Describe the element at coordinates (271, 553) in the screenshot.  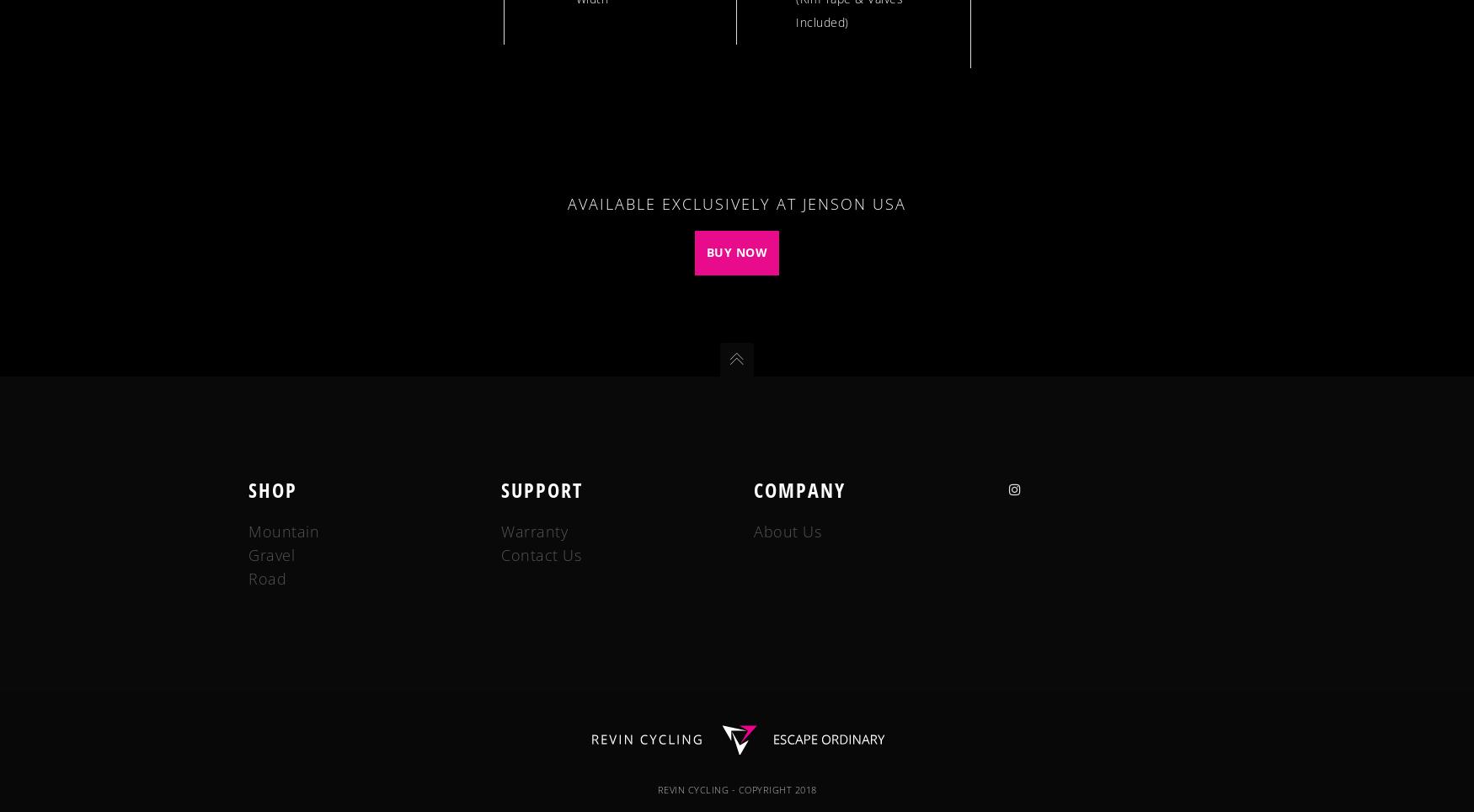
I see `'Gravel'` at that location.